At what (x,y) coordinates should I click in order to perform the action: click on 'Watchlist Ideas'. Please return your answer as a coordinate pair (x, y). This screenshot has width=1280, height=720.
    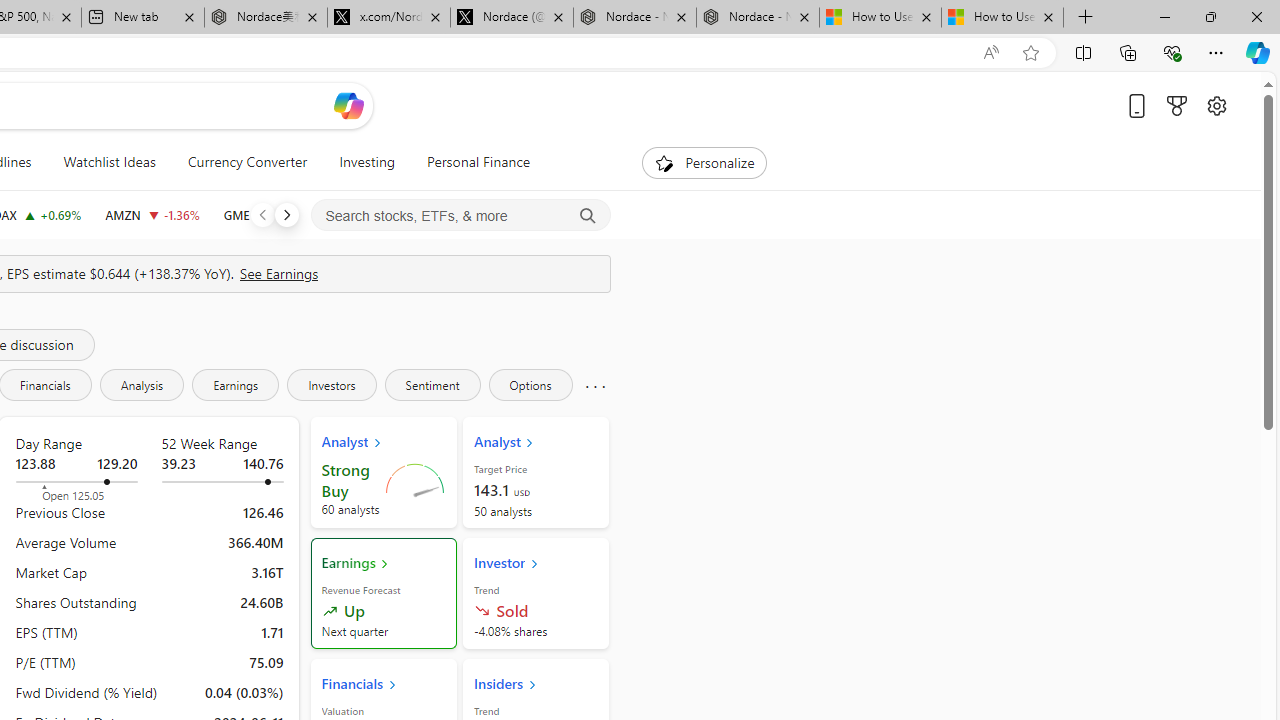
    Looking at the image, I should click on (108, 162).